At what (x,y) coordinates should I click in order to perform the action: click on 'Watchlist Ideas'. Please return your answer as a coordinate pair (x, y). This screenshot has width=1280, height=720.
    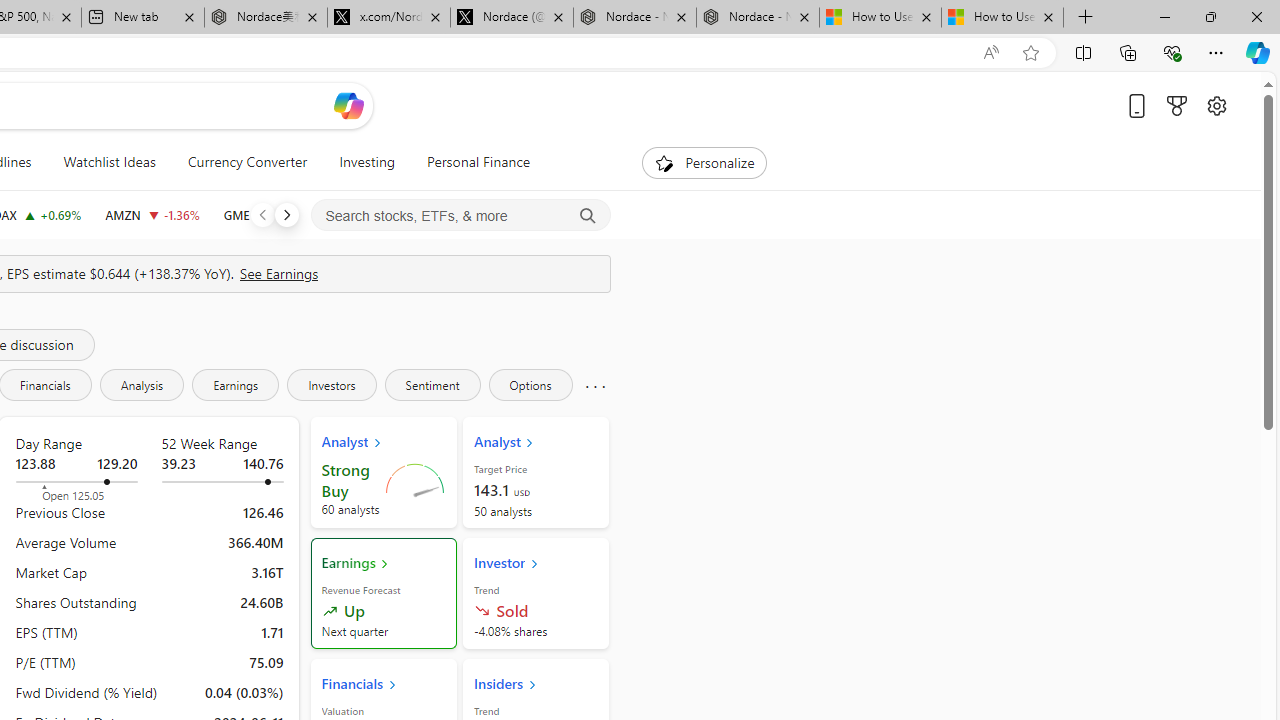
    Looking at the image, I should click on (108, 162).